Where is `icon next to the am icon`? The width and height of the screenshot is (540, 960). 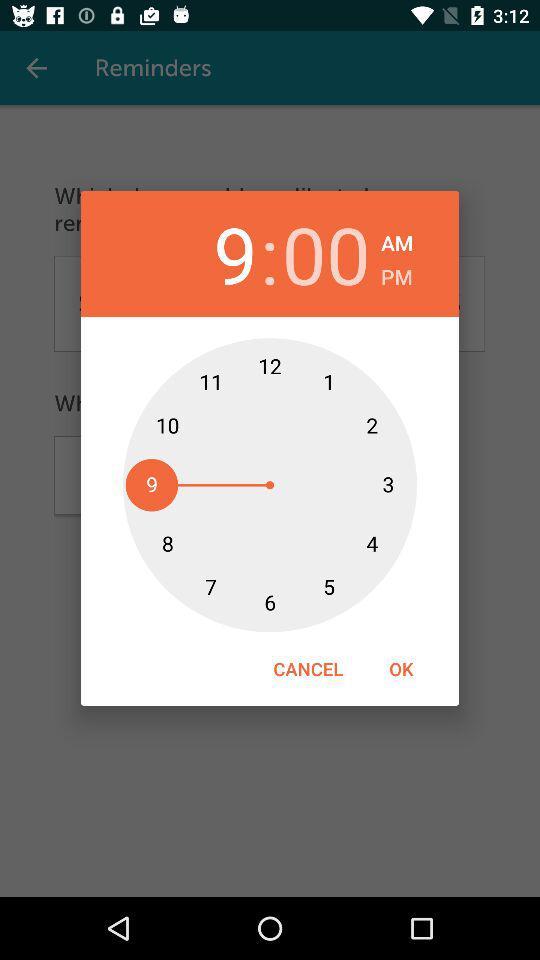
icon next to the am icon is located at coordinates (326, 253).